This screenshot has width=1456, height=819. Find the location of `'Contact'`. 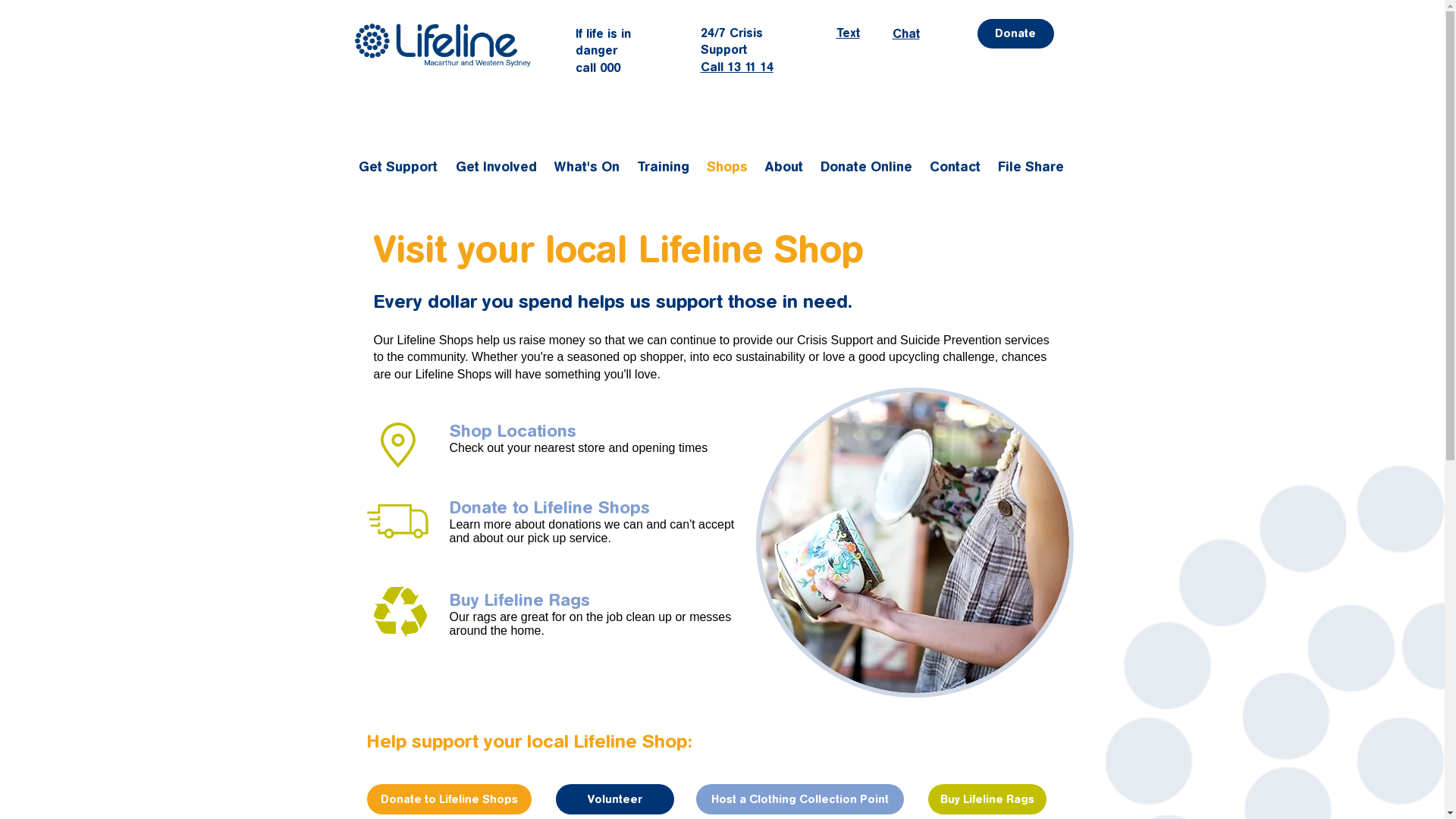

'Contact' is located at coordinates (955, 166).